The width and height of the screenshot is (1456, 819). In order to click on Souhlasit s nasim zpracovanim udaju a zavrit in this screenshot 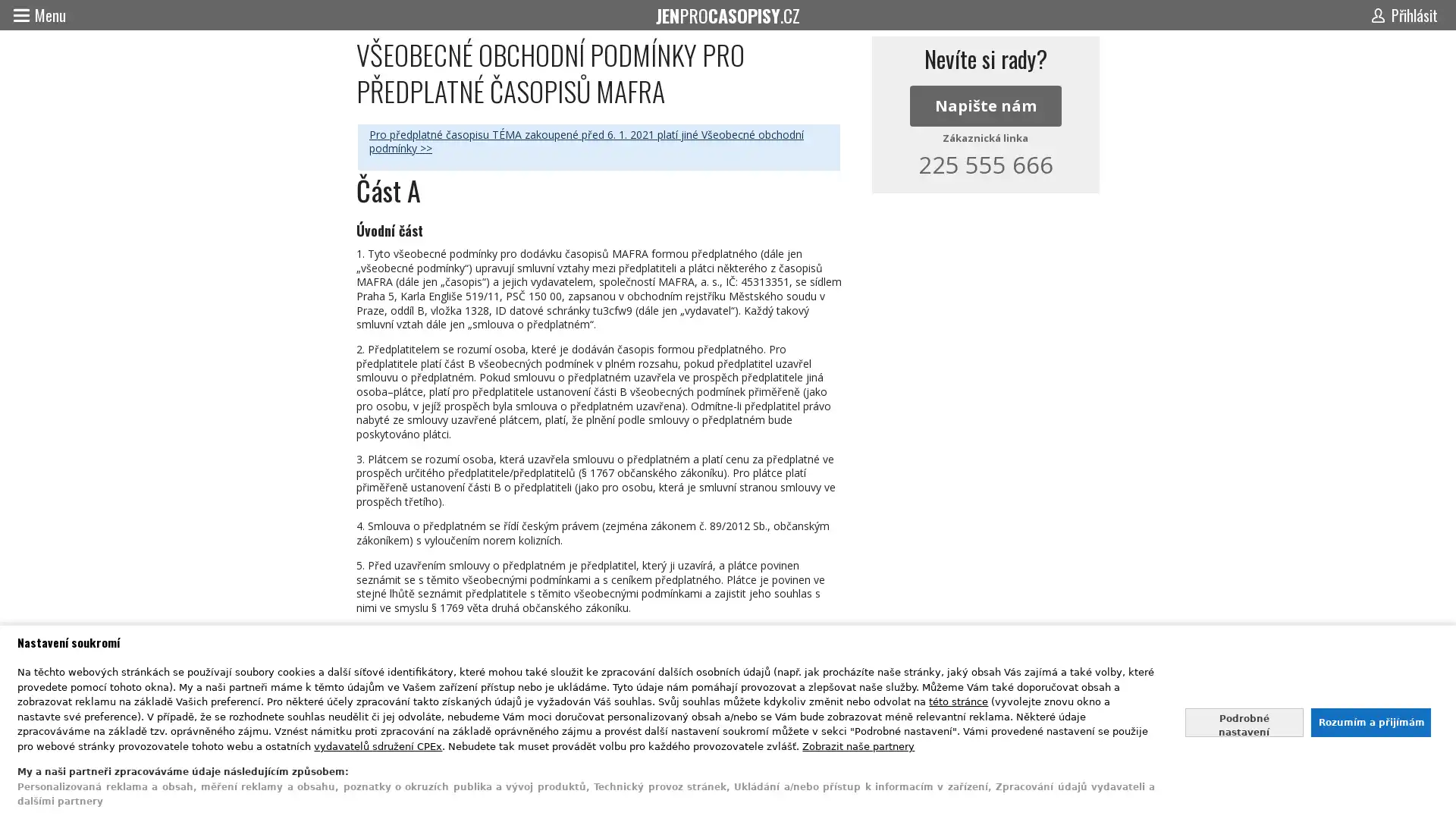, I will do `click(1370, 721)`.